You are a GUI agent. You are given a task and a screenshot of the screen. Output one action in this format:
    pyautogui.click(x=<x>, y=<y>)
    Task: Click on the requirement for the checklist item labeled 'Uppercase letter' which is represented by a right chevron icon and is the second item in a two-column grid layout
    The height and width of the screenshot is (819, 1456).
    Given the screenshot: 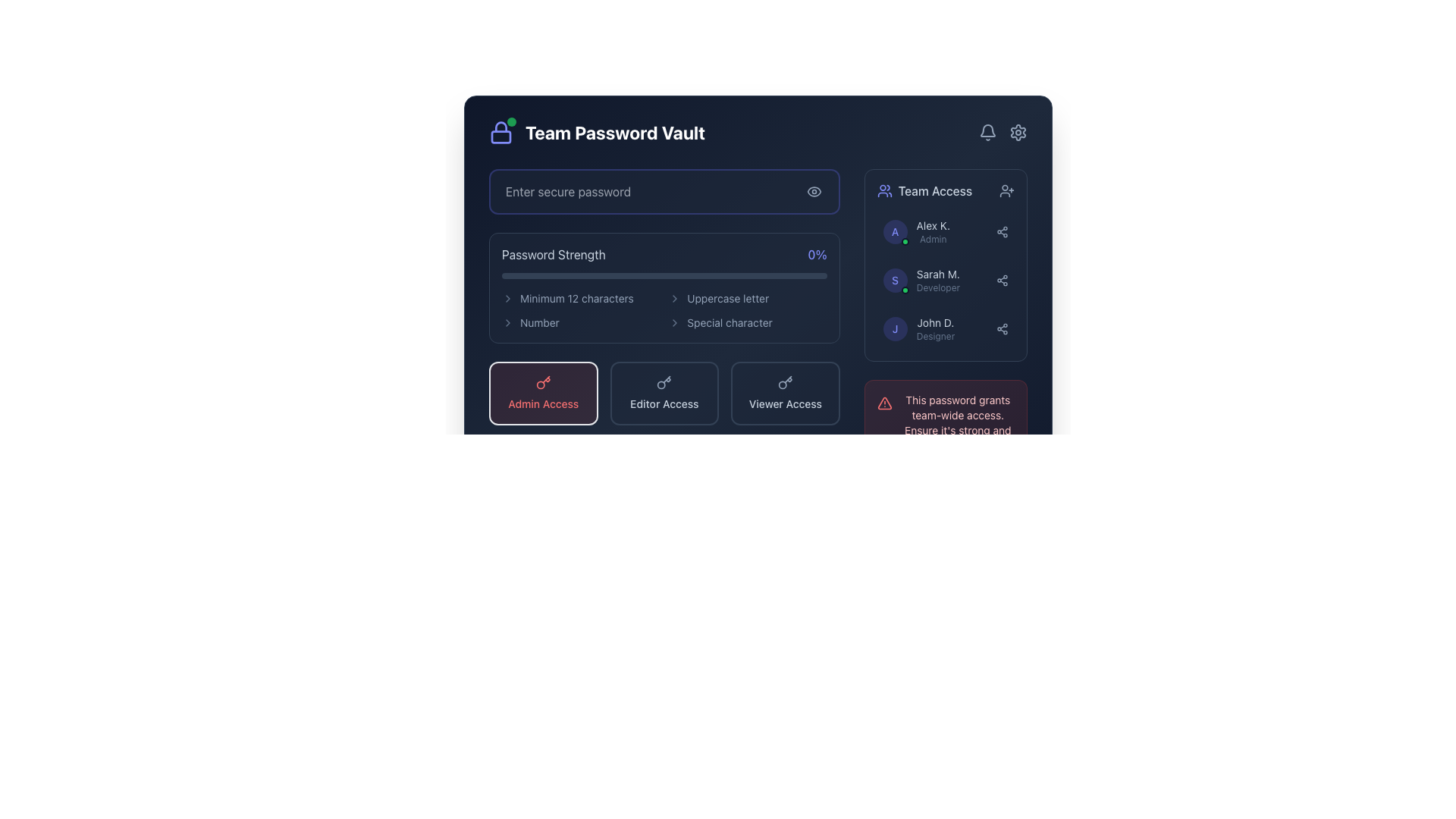 What is the action you would take?
    pyautogui.click(x=748, y=298)
    